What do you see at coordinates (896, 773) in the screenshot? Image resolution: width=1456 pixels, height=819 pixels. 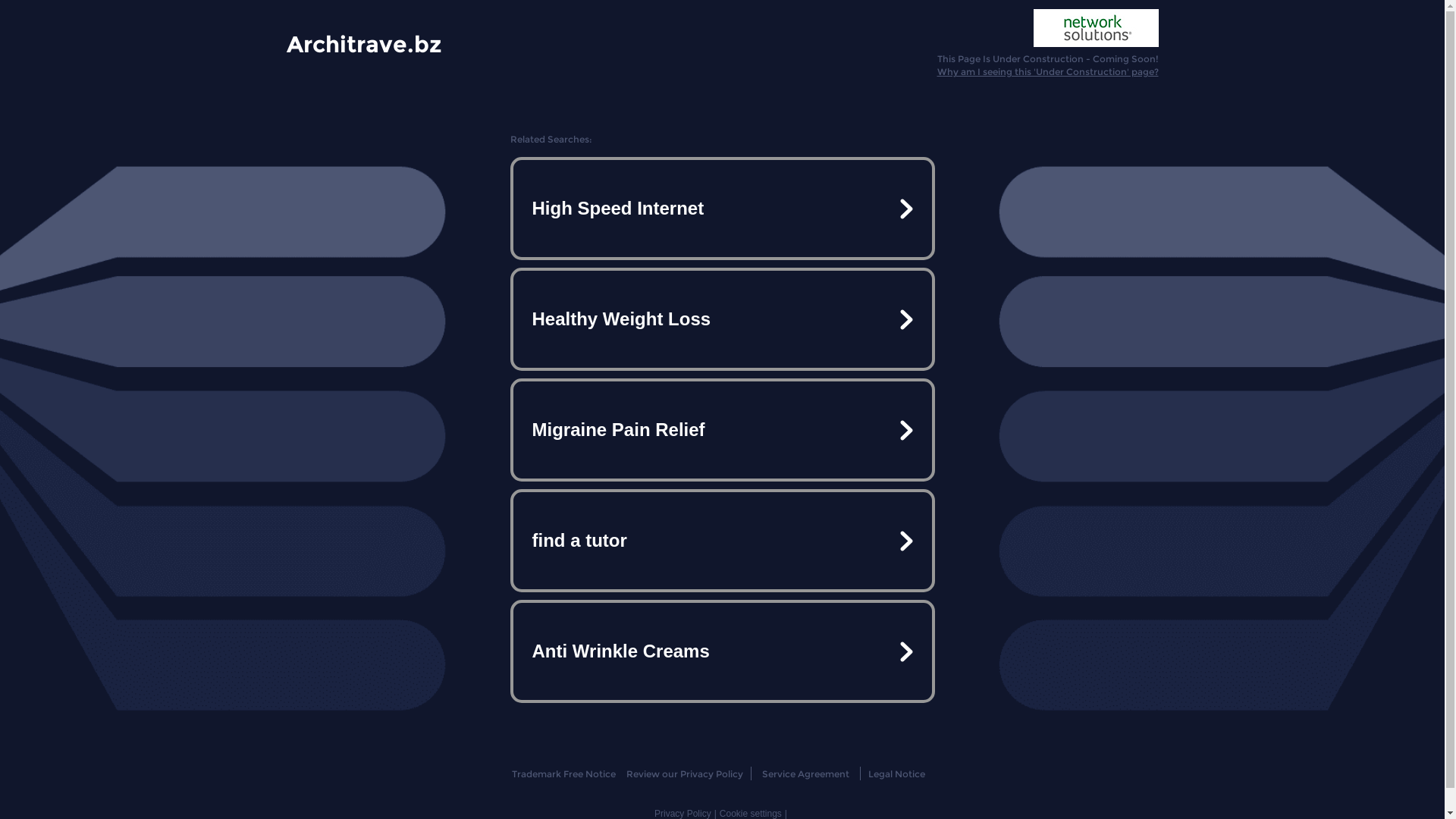 I see `'Legal Notice'` at bounding box center [896, 773].